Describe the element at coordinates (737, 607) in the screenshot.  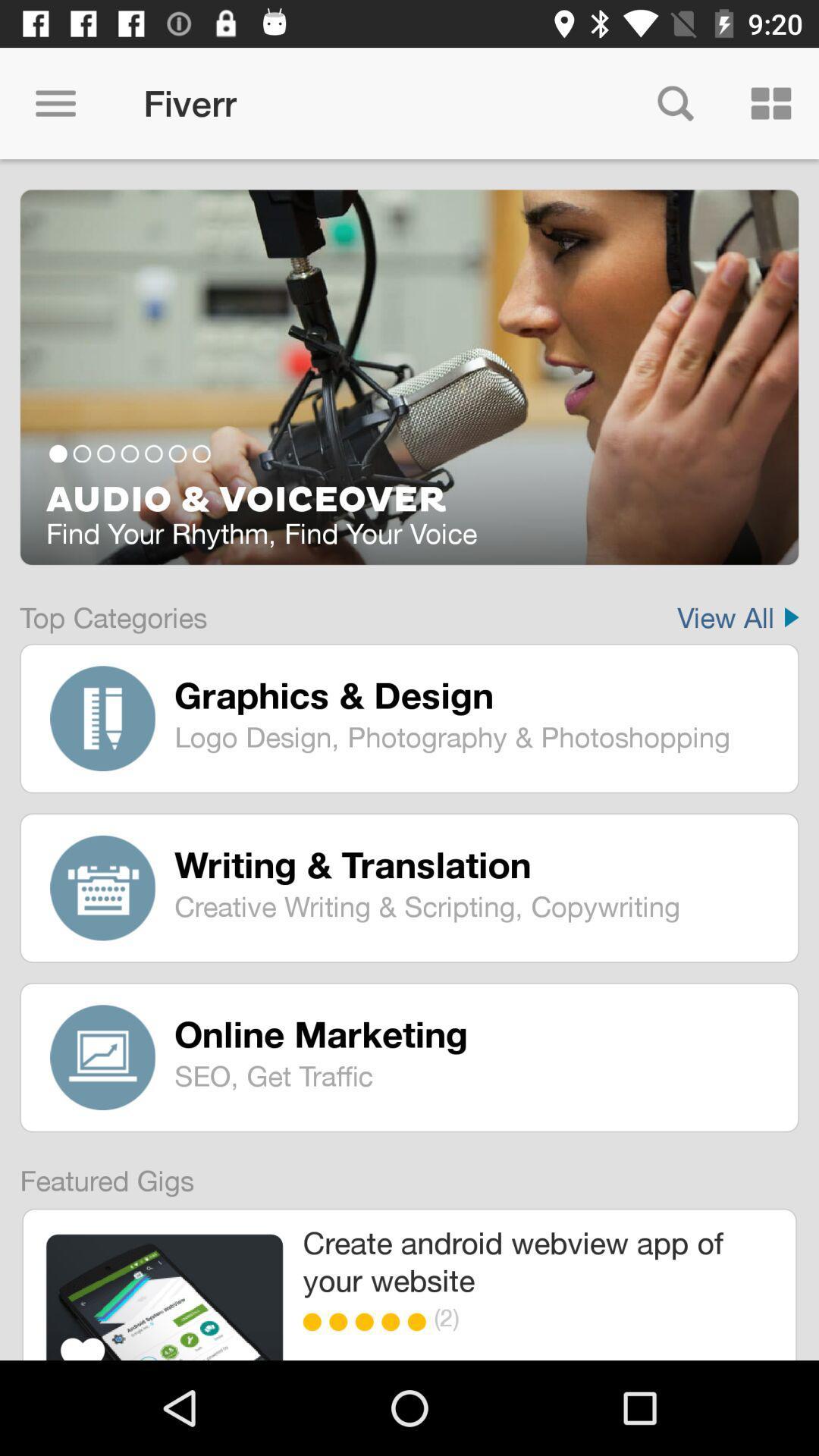
I see `view all on the right` at that location.